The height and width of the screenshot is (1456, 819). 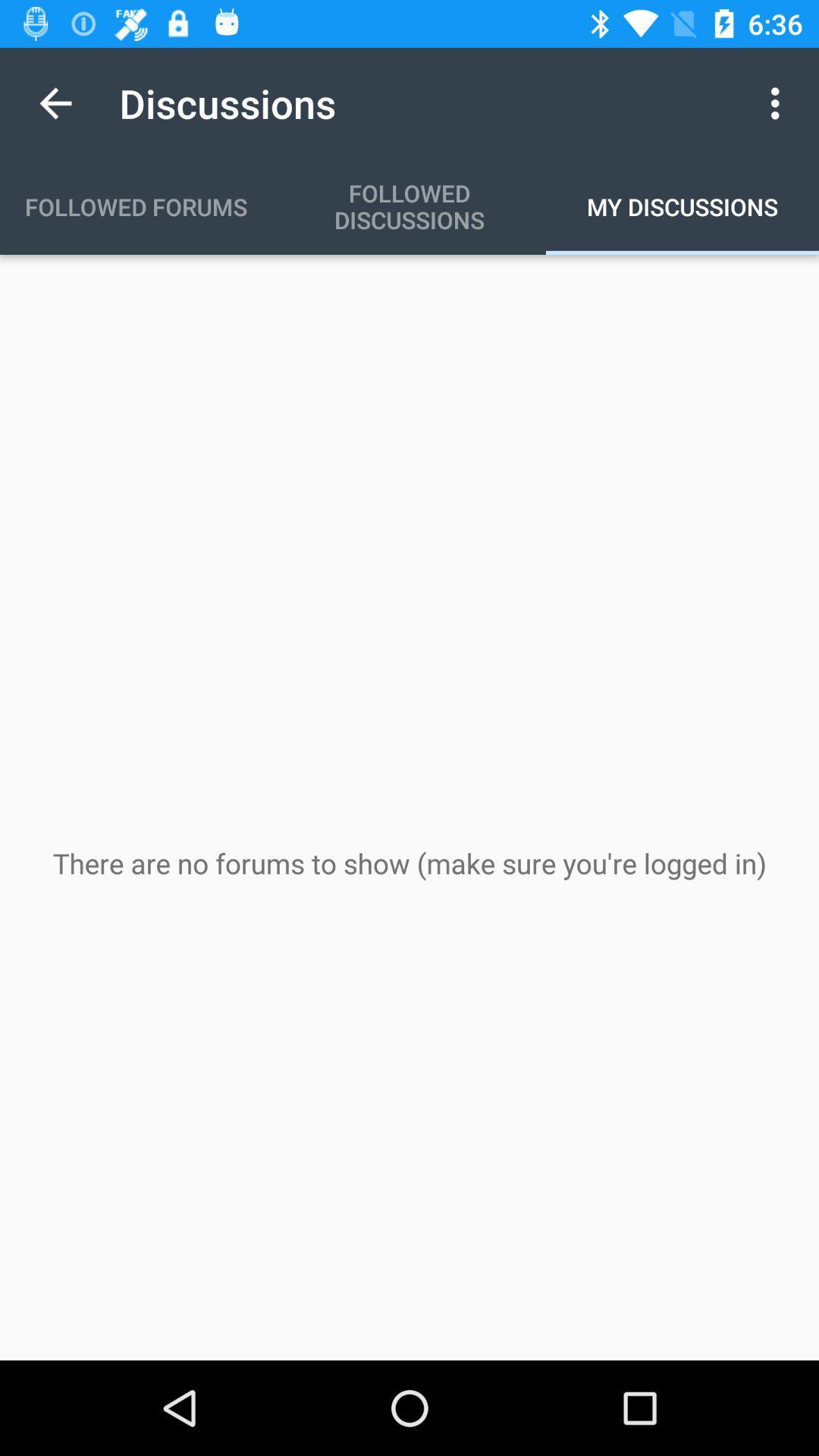 What do you see at coordinates (779, 102) in the screenshot?
I see `icon next to the discussions` at bounding box center [779, 102].